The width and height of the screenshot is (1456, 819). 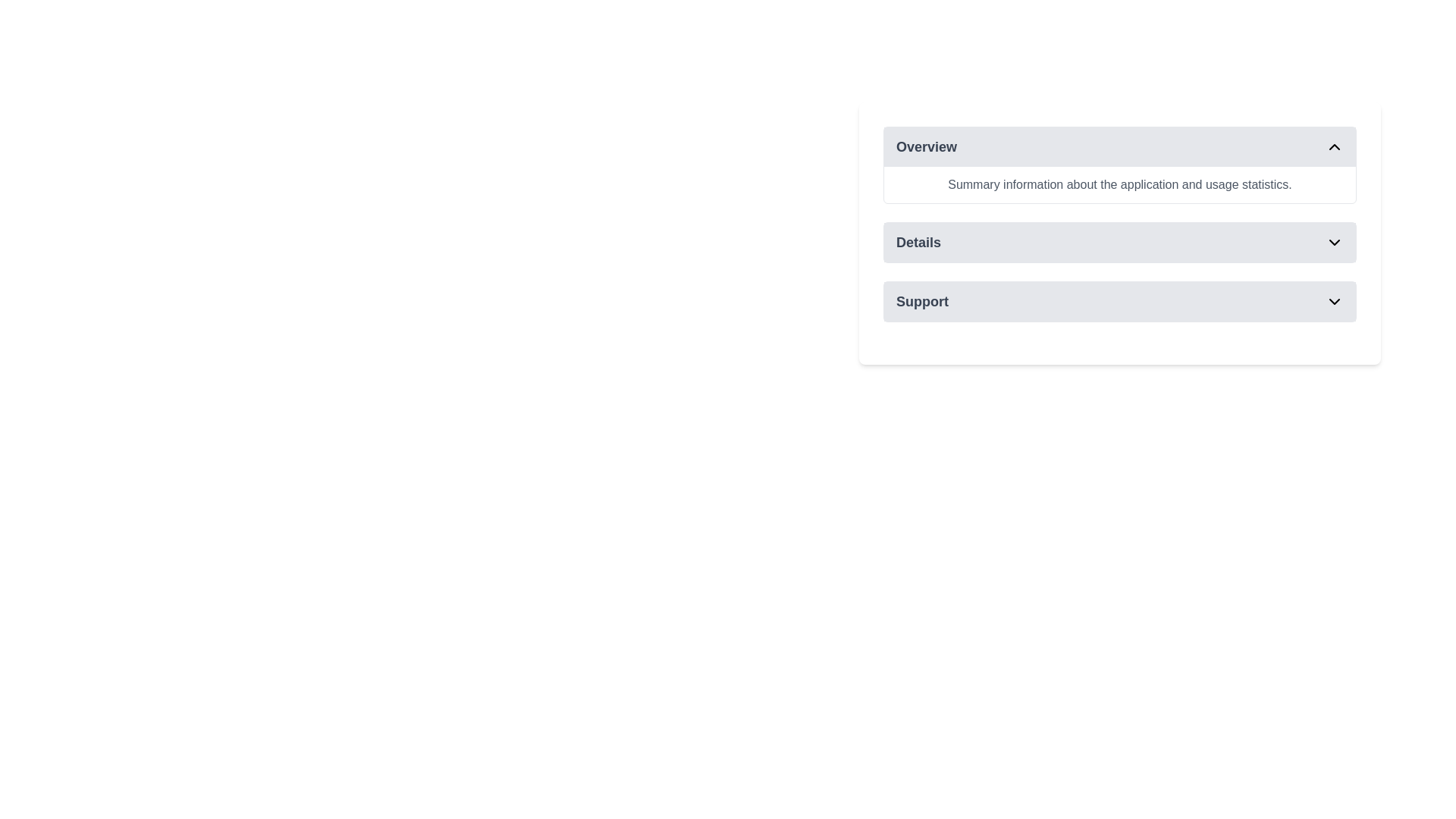 I want to click on the dropdown menu button related to 'Support', so click(x=1120, y=301).